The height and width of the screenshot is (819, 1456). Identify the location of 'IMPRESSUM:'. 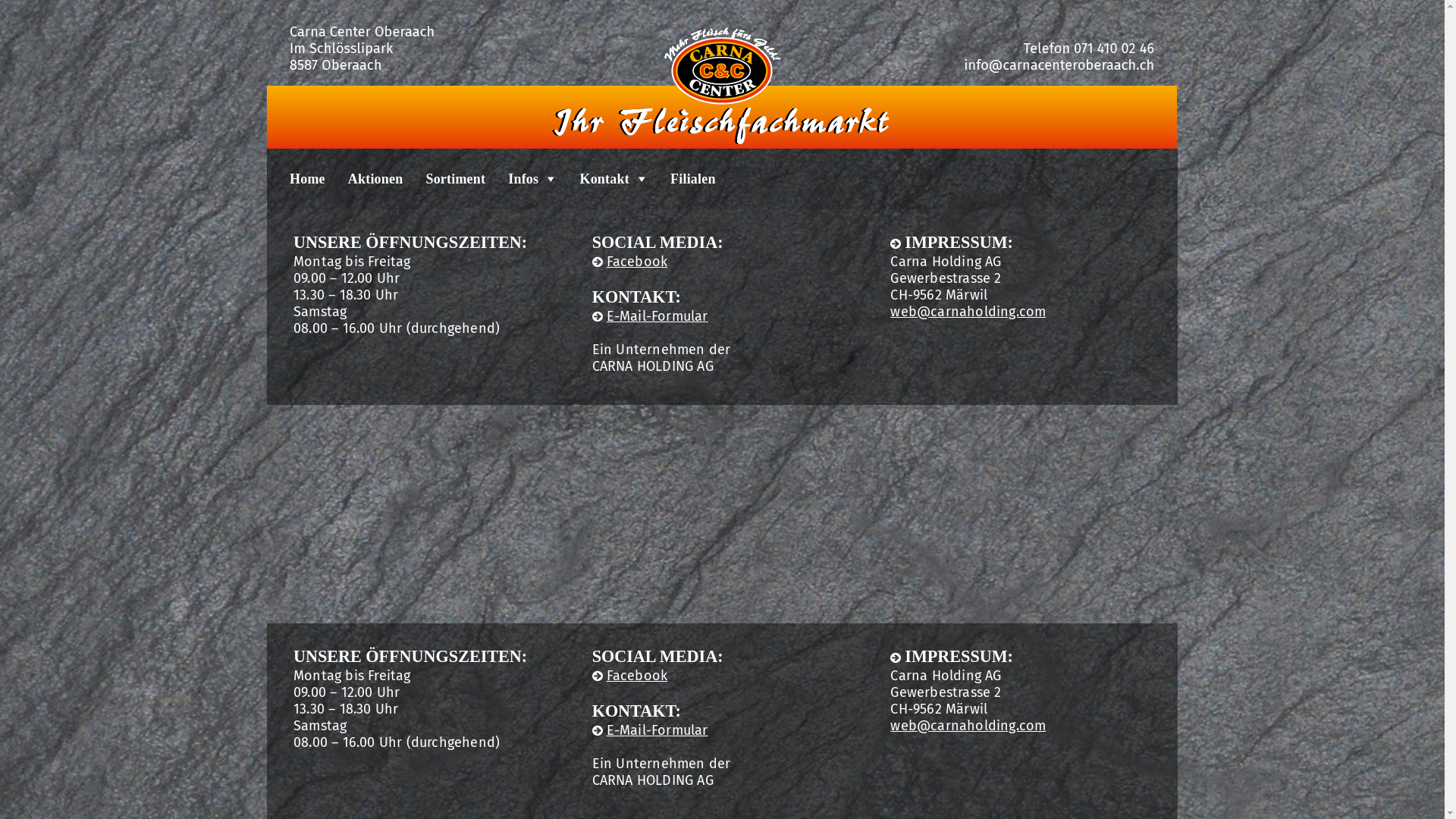
(950, 655).